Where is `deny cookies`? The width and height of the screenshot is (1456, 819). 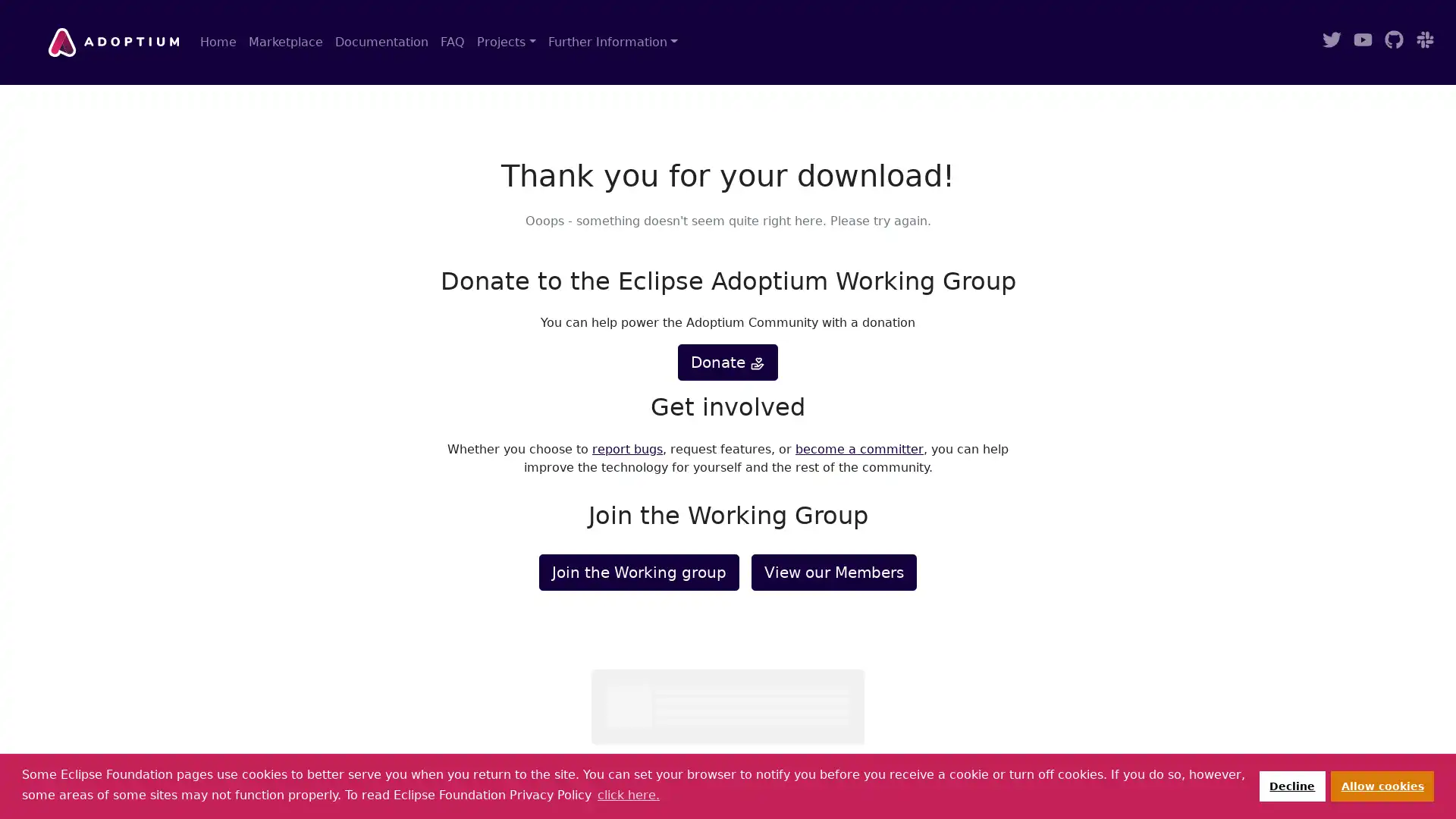 deny cookies is located at coordinates (1291, 785).